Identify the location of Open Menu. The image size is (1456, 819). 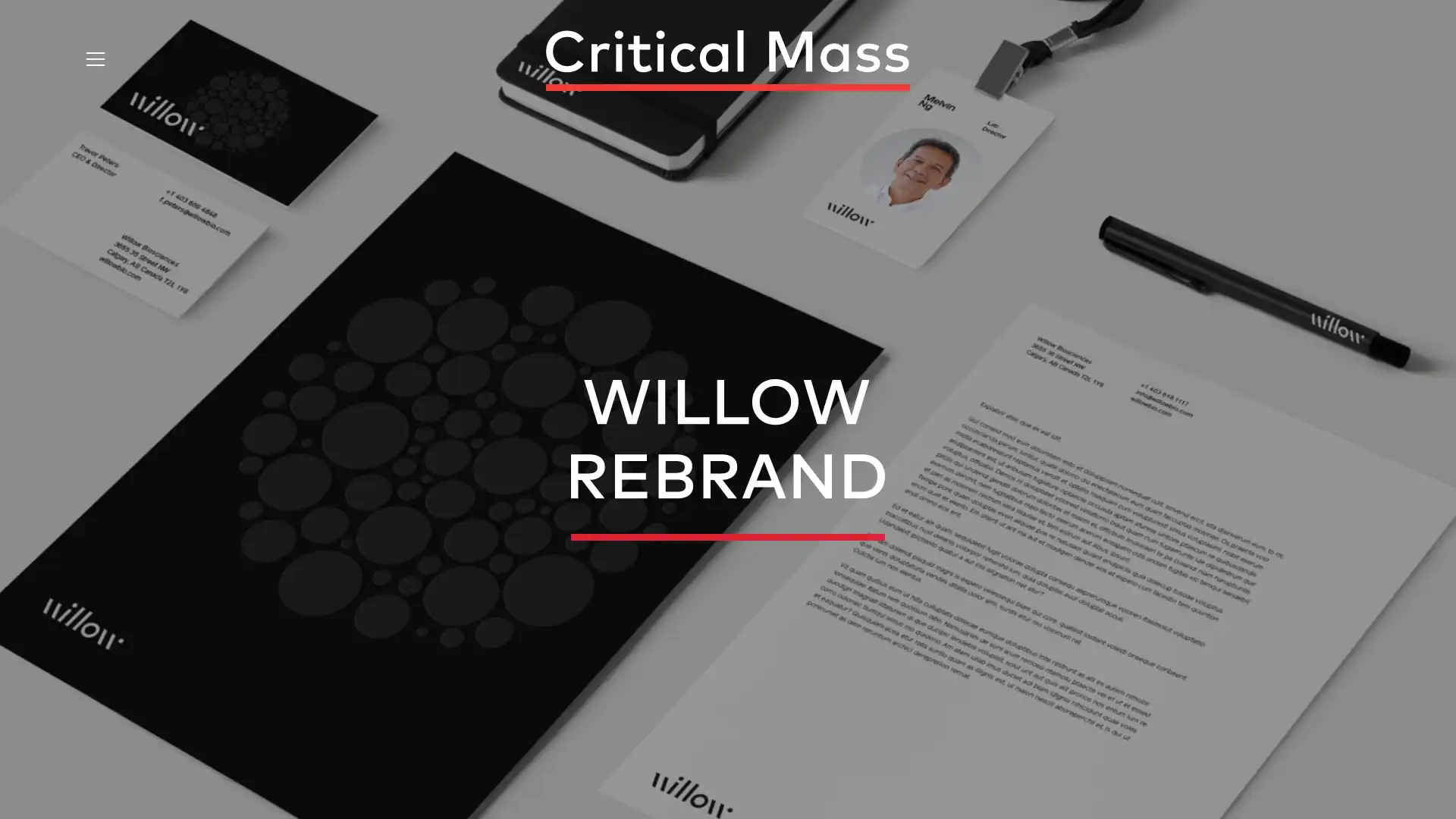
(94, 61).